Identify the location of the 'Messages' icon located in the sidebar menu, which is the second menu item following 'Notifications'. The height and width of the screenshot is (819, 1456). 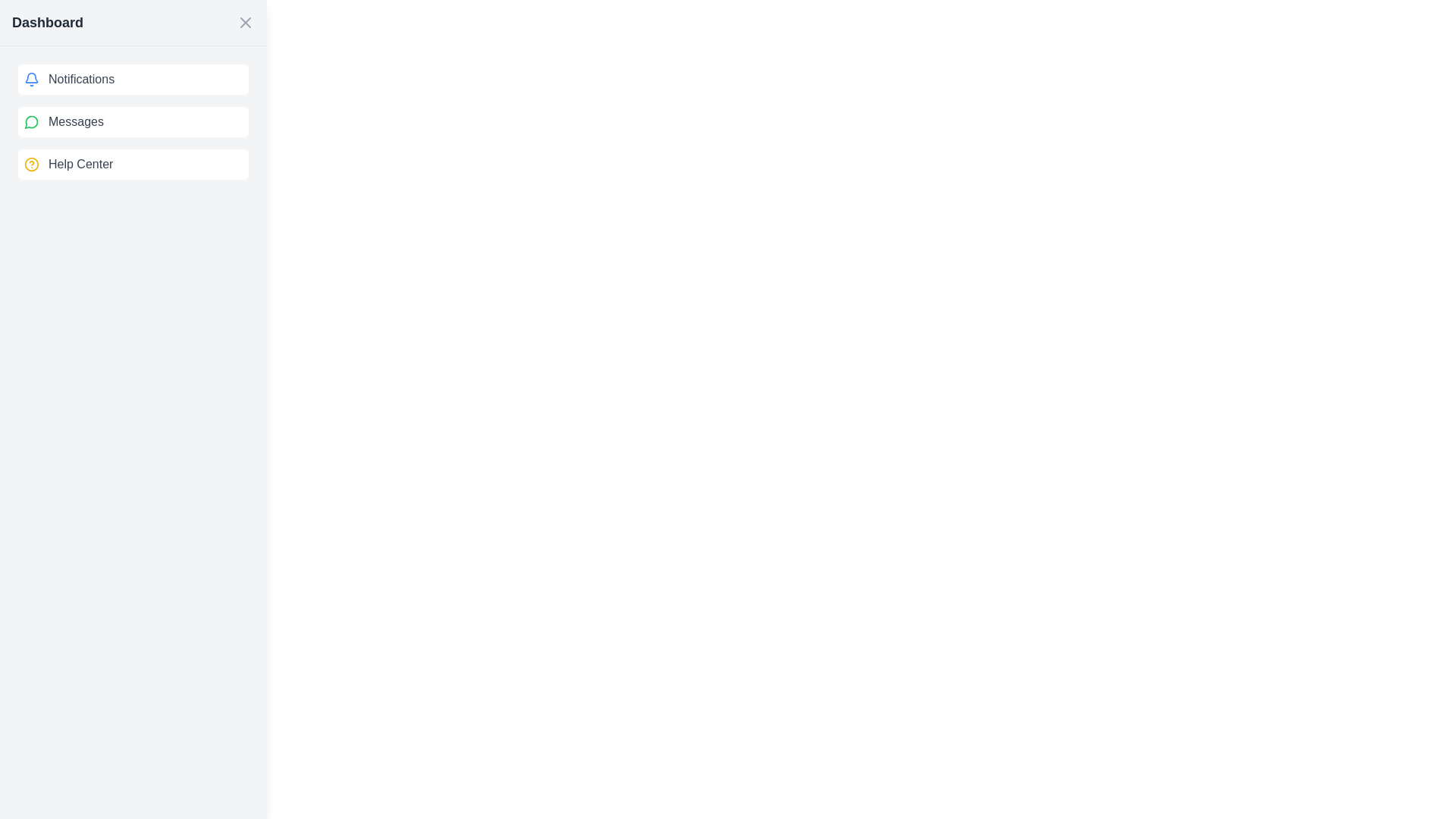
(31, 121).